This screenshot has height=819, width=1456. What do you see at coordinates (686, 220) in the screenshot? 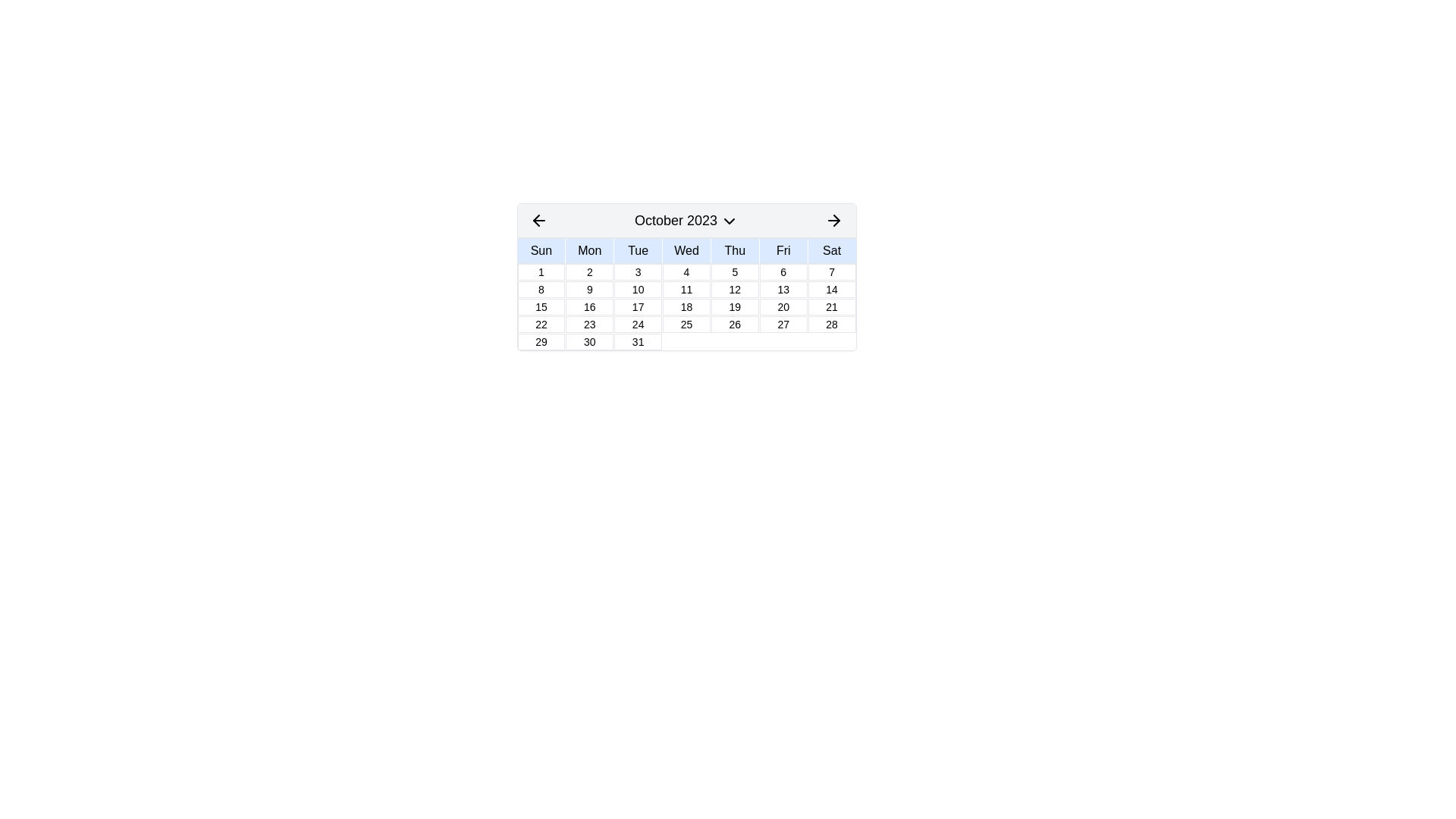
I see `the Dropdown trigger labeled 'October 2023'` at bounding box center [686, 220].